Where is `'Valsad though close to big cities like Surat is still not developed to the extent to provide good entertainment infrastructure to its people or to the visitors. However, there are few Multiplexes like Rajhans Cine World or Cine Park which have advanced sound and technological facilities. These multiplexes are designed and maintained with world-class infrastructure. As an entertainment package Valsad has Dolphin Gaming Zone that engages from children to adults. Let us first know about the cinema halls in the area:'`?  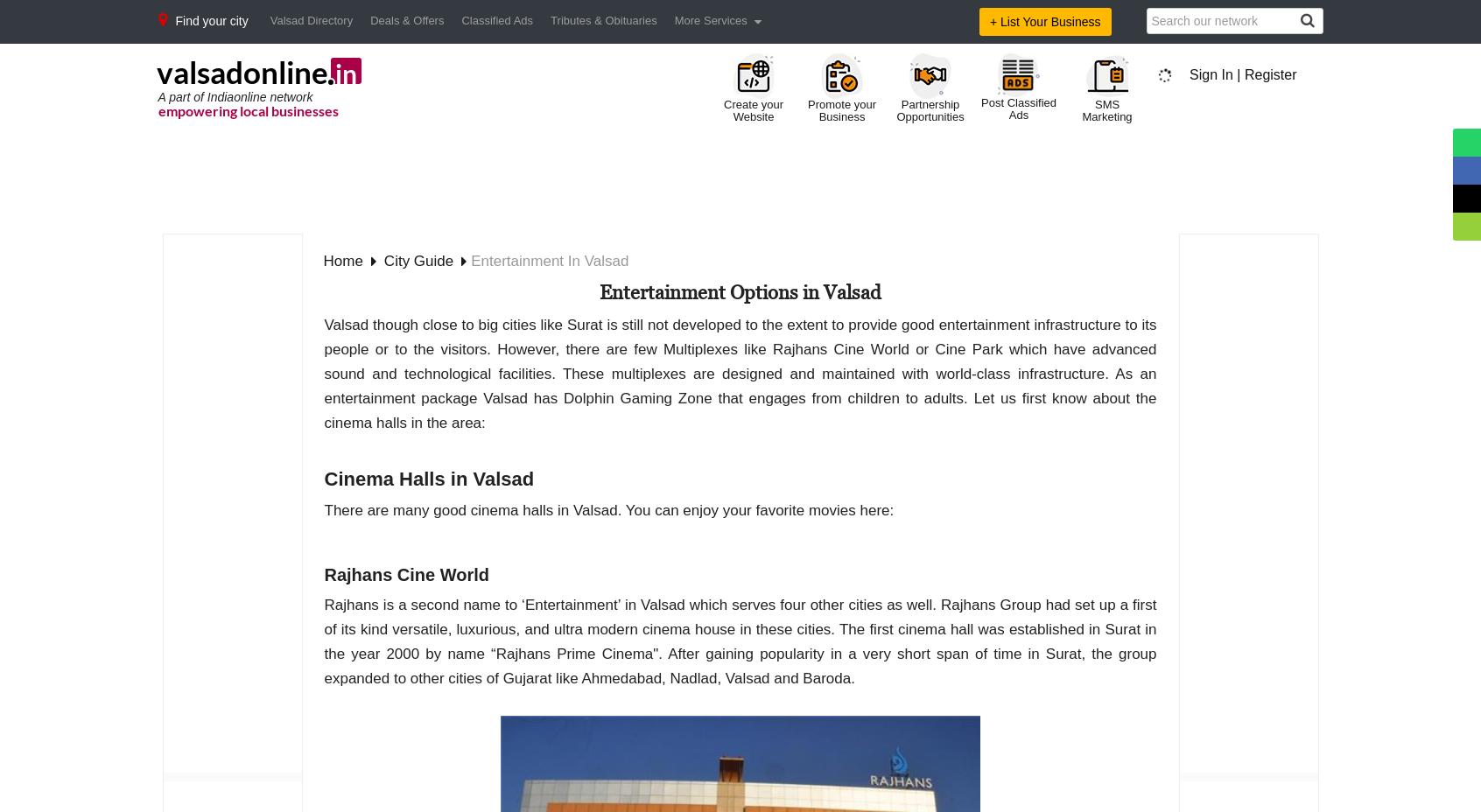
'Valsad though close to big cities like Surat is still not developed to the extent to provide good entertainment infrastructure to its people or to the visitors. However, there are few Multiplexes like Rajhans Cine World or Cine Park which have advanced sound and technological facilities. These multiplexes are designed and maintained with world-class infrastructure. As an entertainment package Valsad has Dolphin Gaming Zone that engages from children to adults. Let us first know about the cinema halls in the area:' is located at coordinates (740, 374).